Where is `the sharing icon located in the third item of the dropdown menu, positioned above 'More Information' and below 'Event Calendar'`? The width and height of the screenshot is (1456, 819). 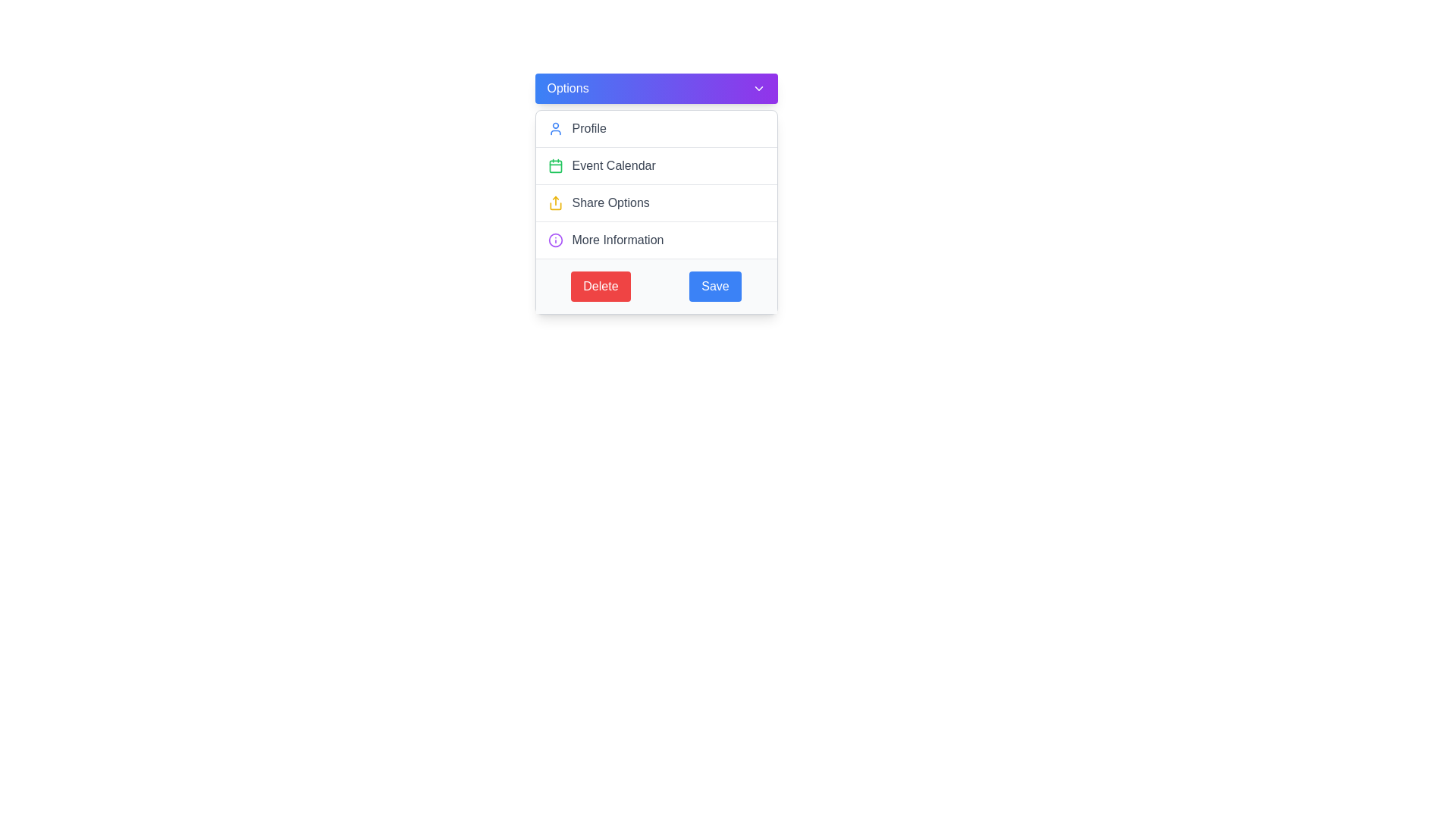 the sharing icon located in the third item of the dropdown menu, positioned above 'More Information' and below 'Event Calendar' is located at coordinates (554, 202).